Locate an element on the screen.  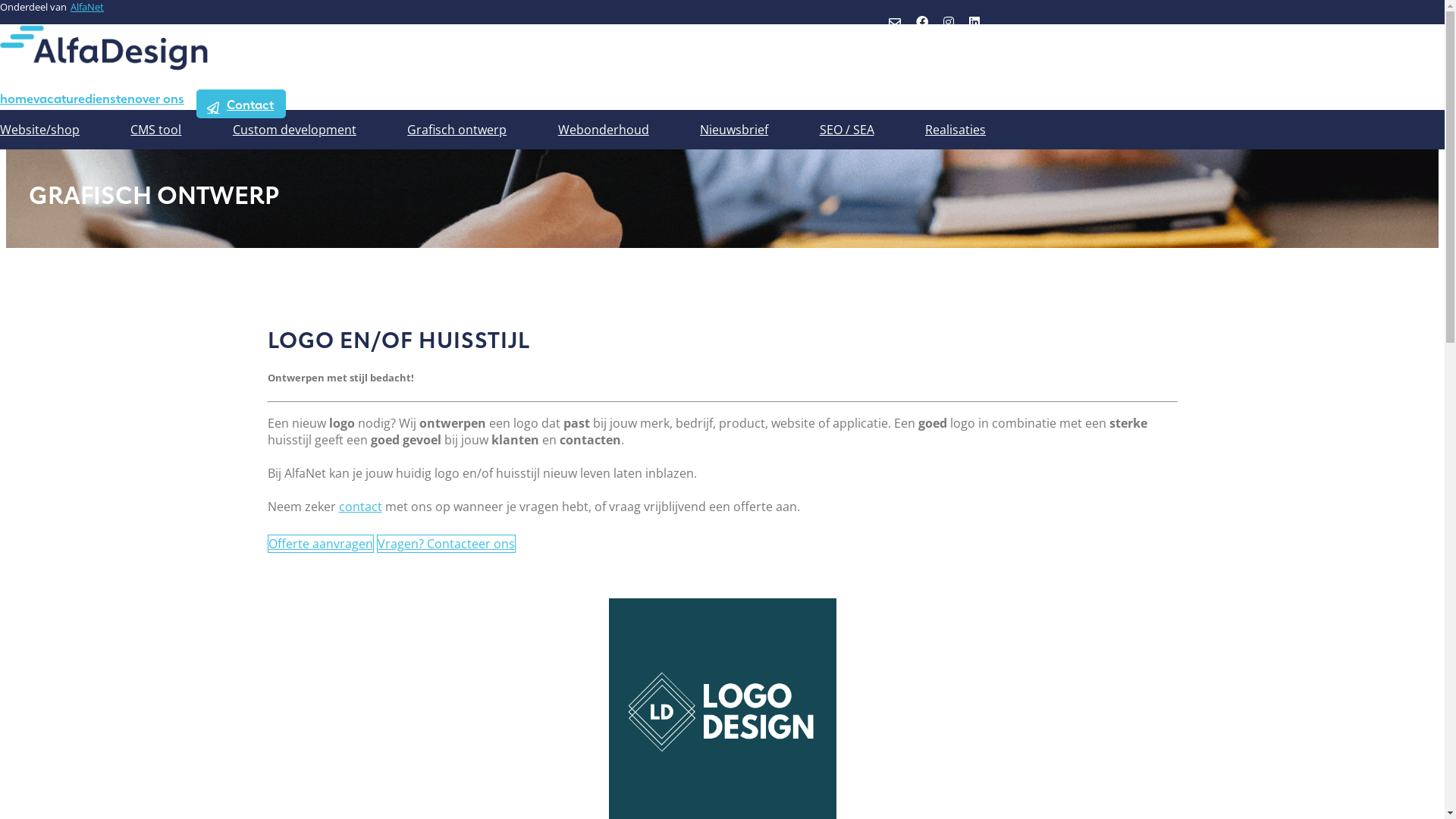
'AlfaNet' is located at coordinates (86, 6).